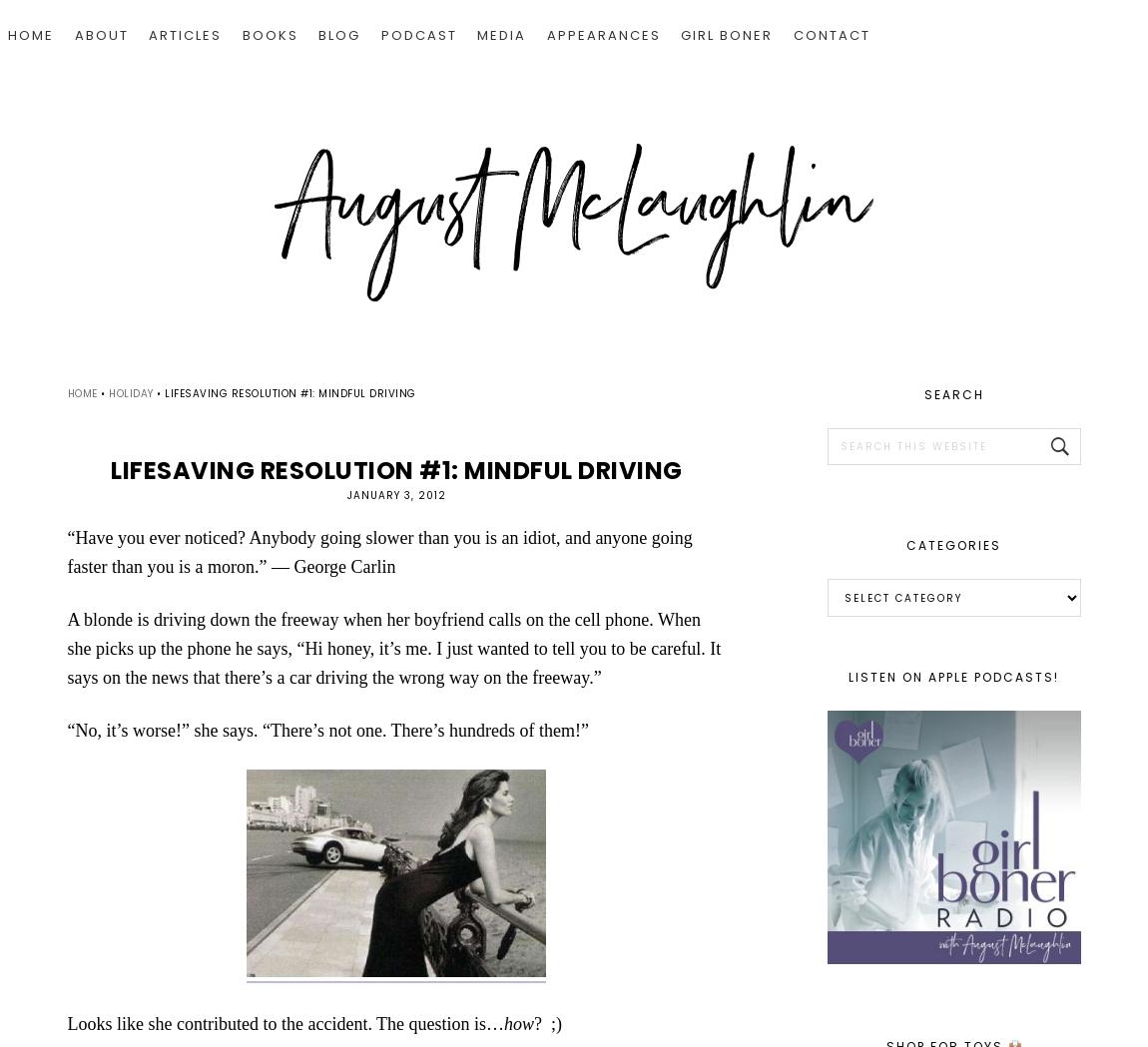  I want to click on 'ARTICLES', so click(184, 34).